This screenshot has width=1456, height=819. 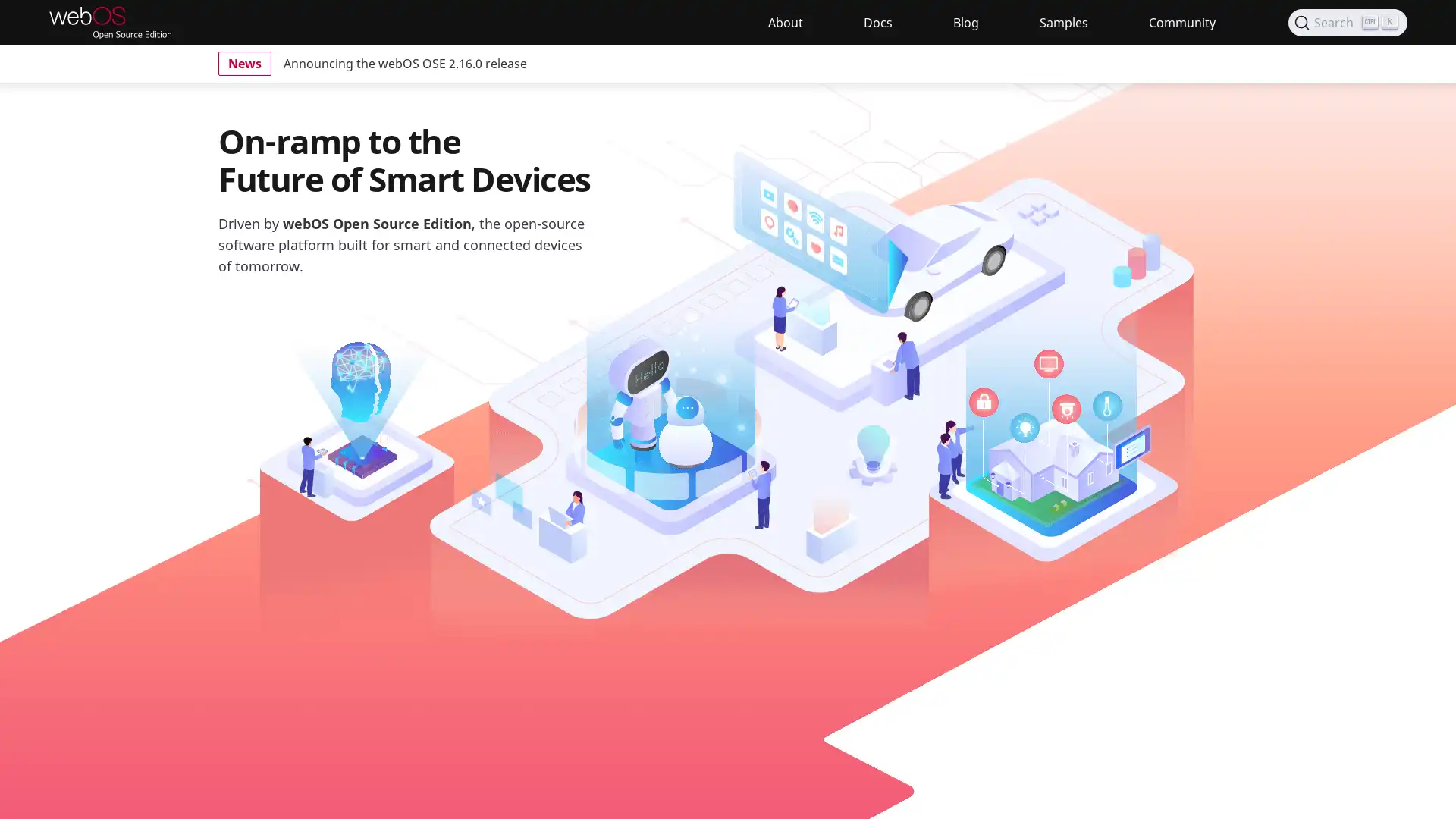 What do you see at coordinates (1348, 23) in the screenshot?
I see `Search` at bounding box center [1348, 23].